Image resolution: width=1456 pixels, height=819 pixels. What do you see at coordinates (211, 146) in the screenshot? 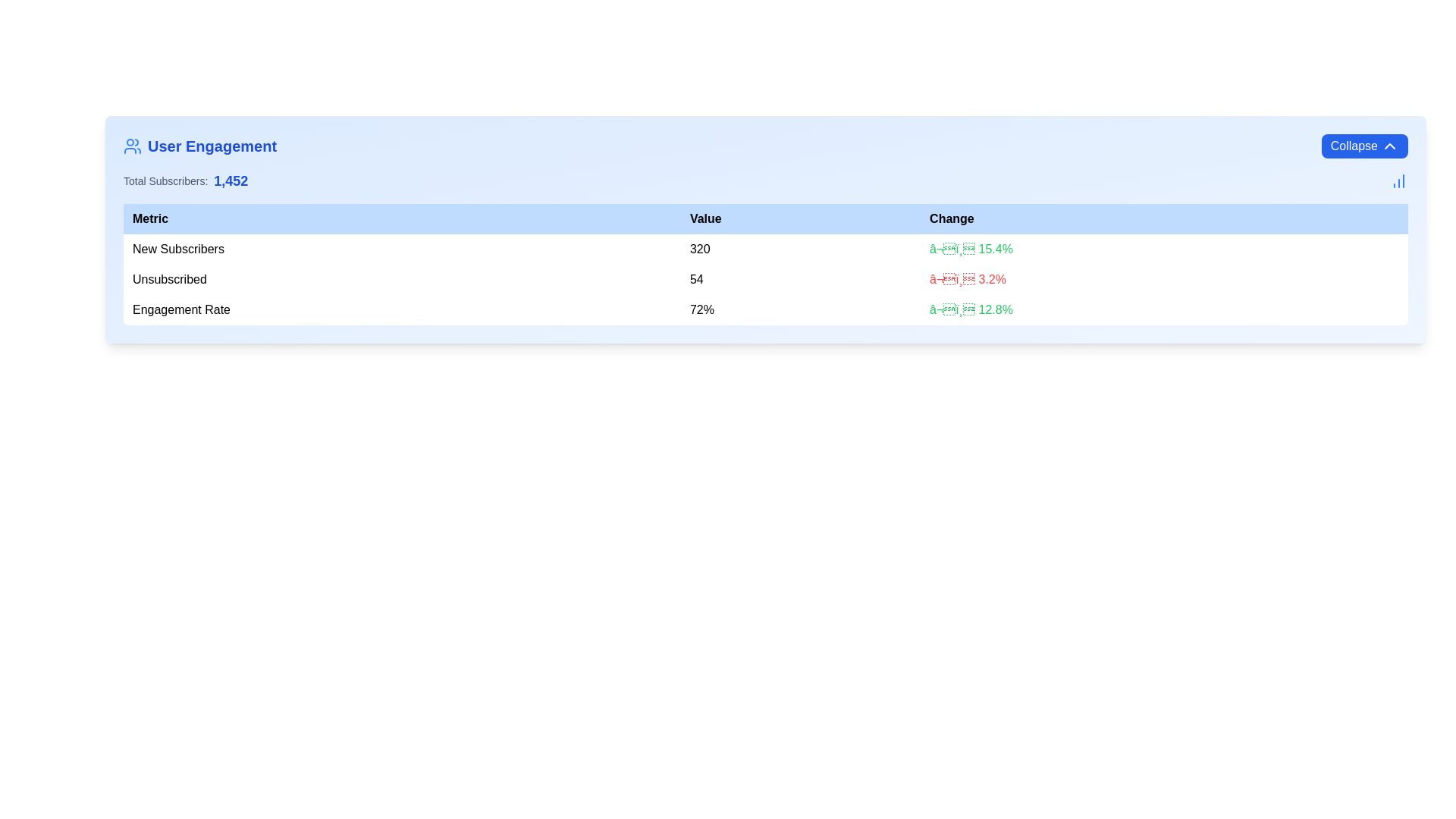
I see `text label indicating 'User Engagement' located at the top-left corner of the card, next to the user group icon` at bounding box center [211, 146].